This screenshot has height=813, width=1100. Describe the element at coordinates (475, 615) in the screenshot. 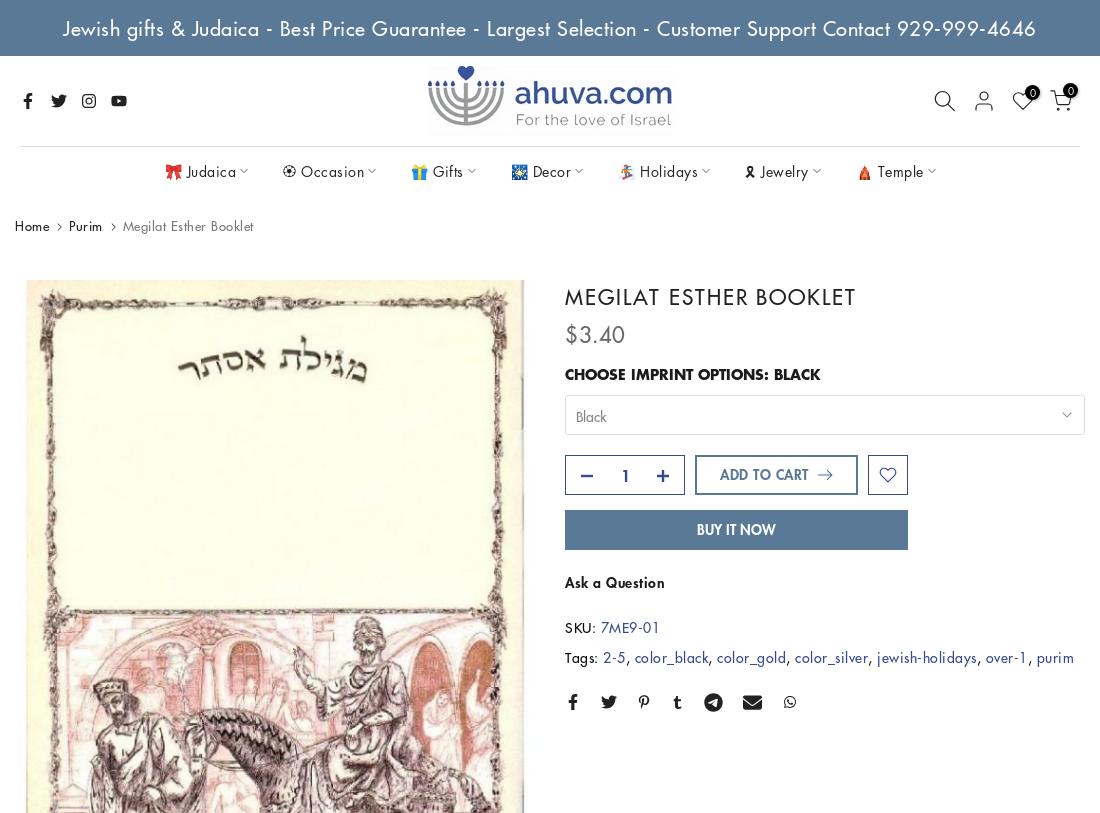

I see `'Shofars'` at that location.